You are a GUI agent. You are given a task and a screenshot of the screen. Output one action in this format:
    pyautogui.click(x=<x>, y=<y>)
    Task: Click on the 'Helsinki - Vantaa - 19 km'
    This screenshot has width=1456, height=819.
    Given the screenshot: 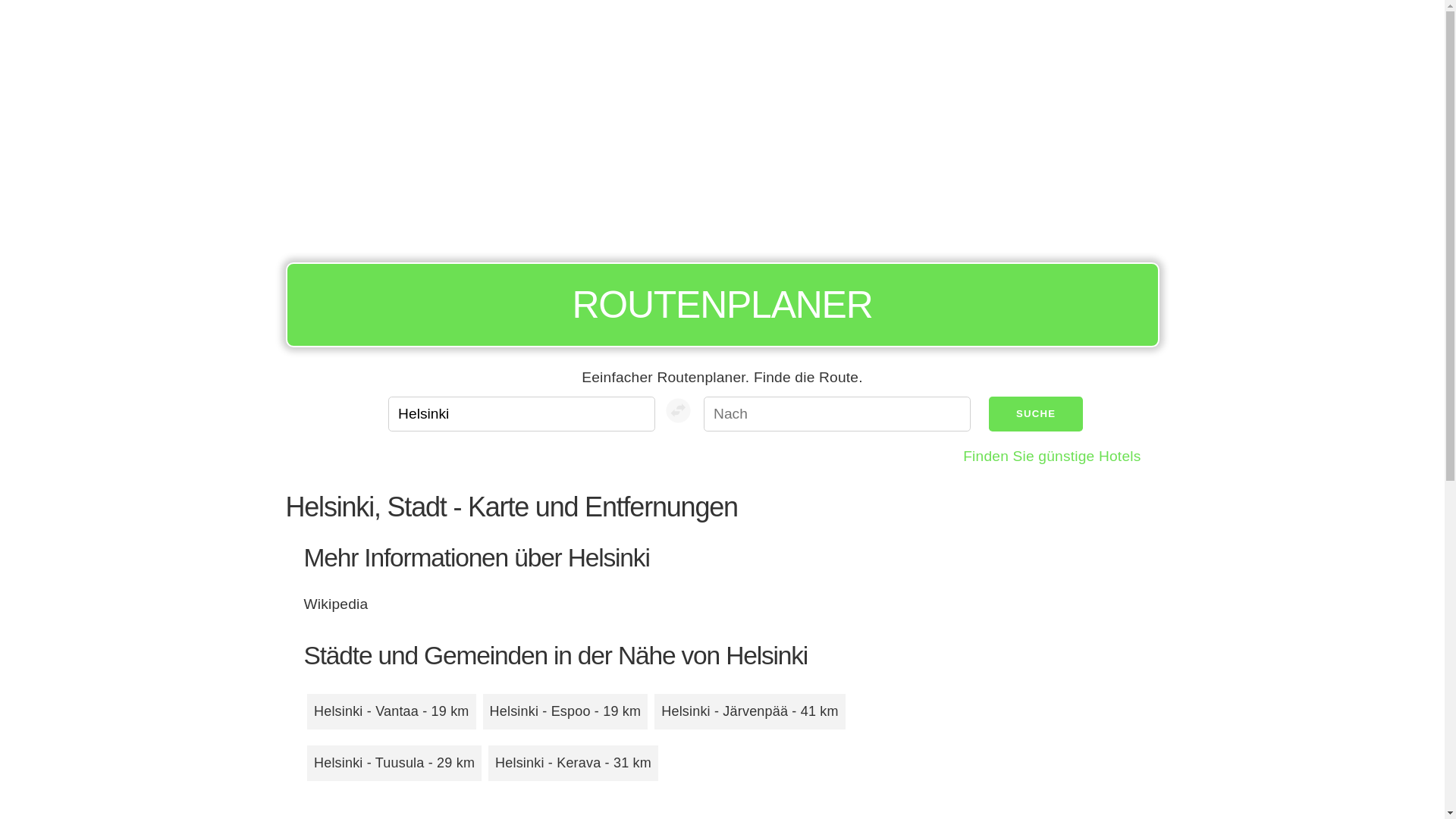 What is the action you would take?
    pyautogui.click(x=391, y=711)
    